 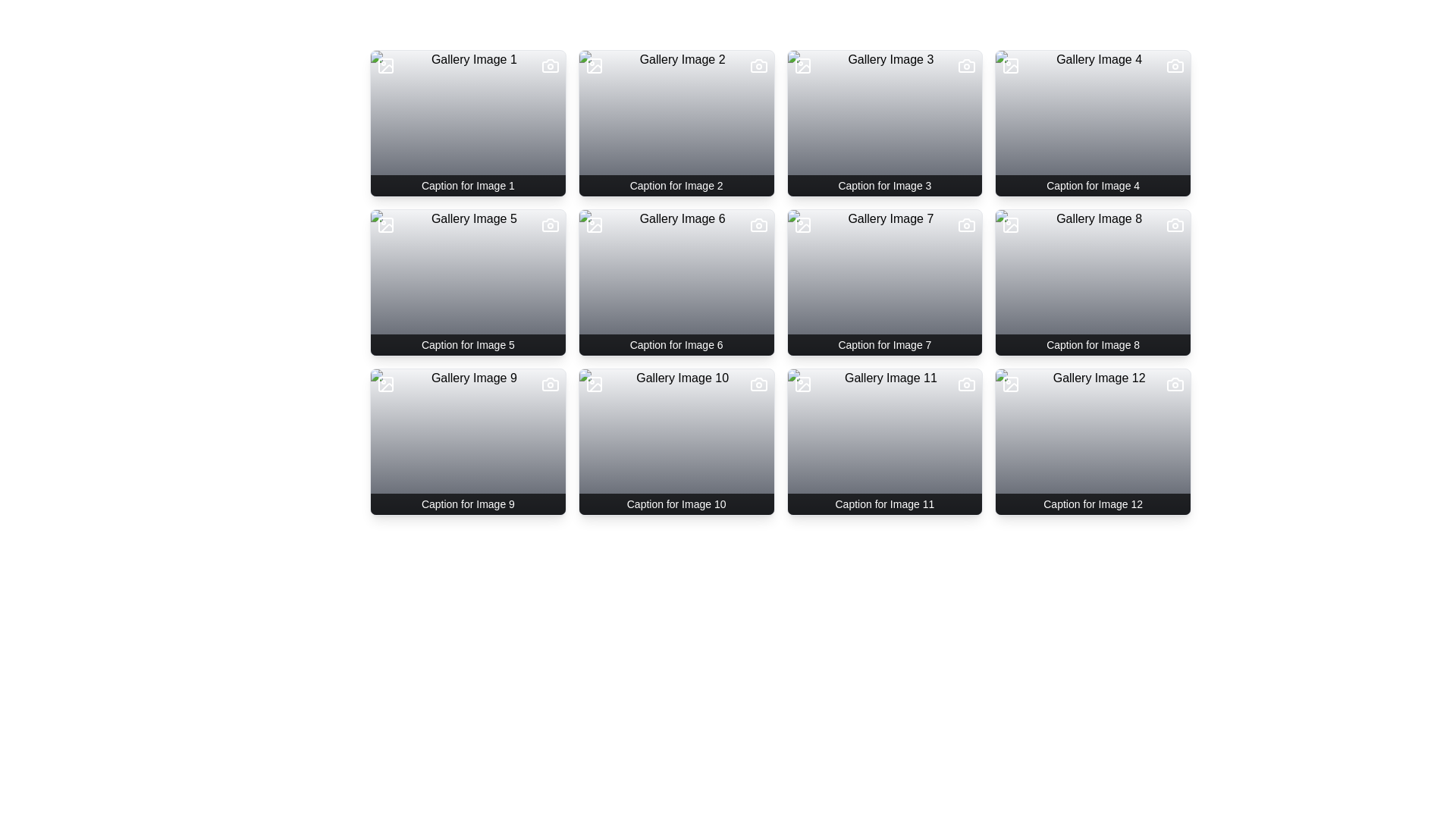 What do you see at coordinates (593, 383) in the screenshot?
I see `the Icon or Decorative Frame located in the top-left corner of the 'Gallery Image 10' tile, which serves as a visual indicator or decorative component` at bounding box center [593, 383].